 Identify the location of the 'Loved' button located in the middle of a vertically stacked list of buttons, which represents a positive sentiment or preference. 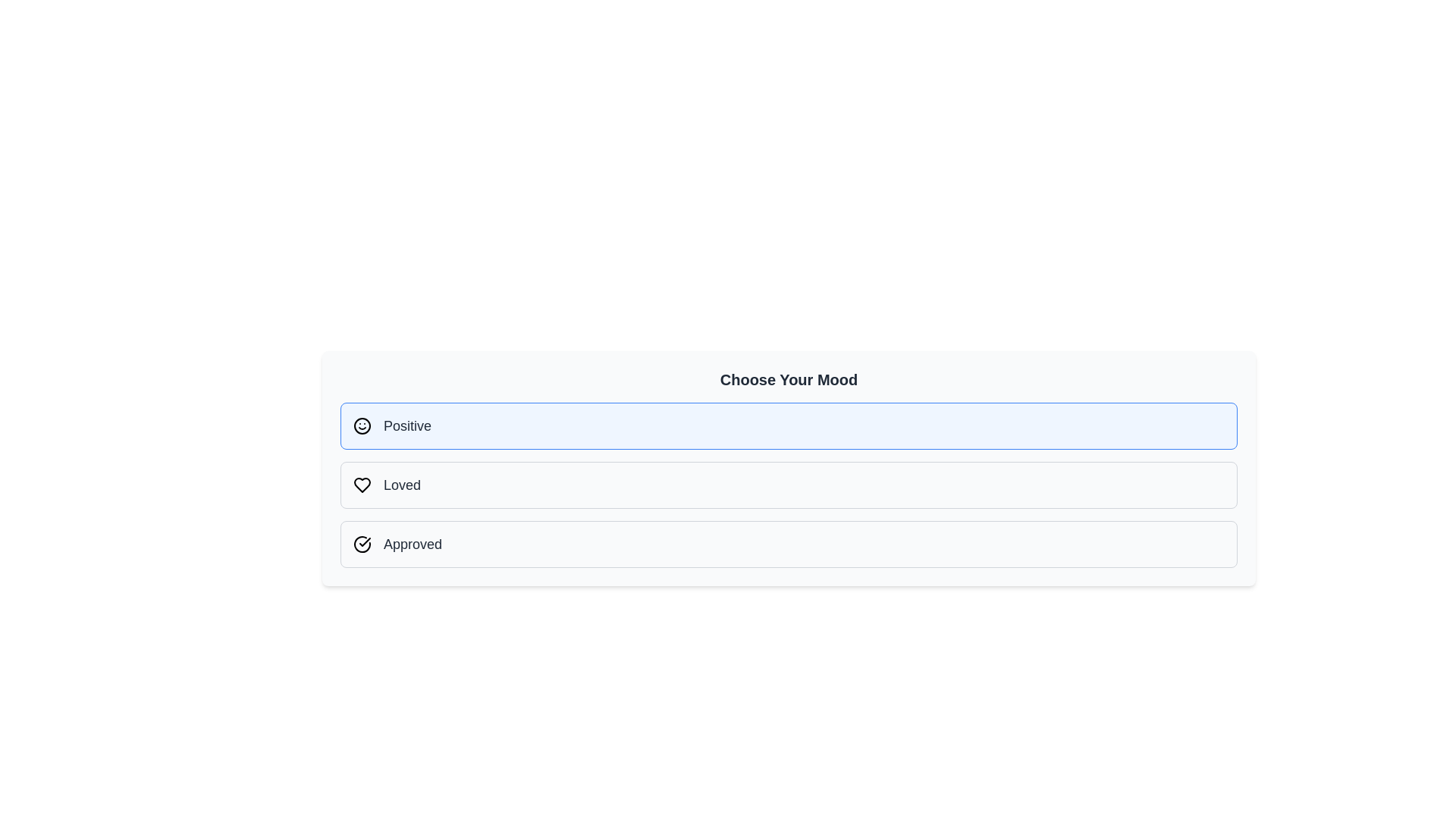
(789, 485).